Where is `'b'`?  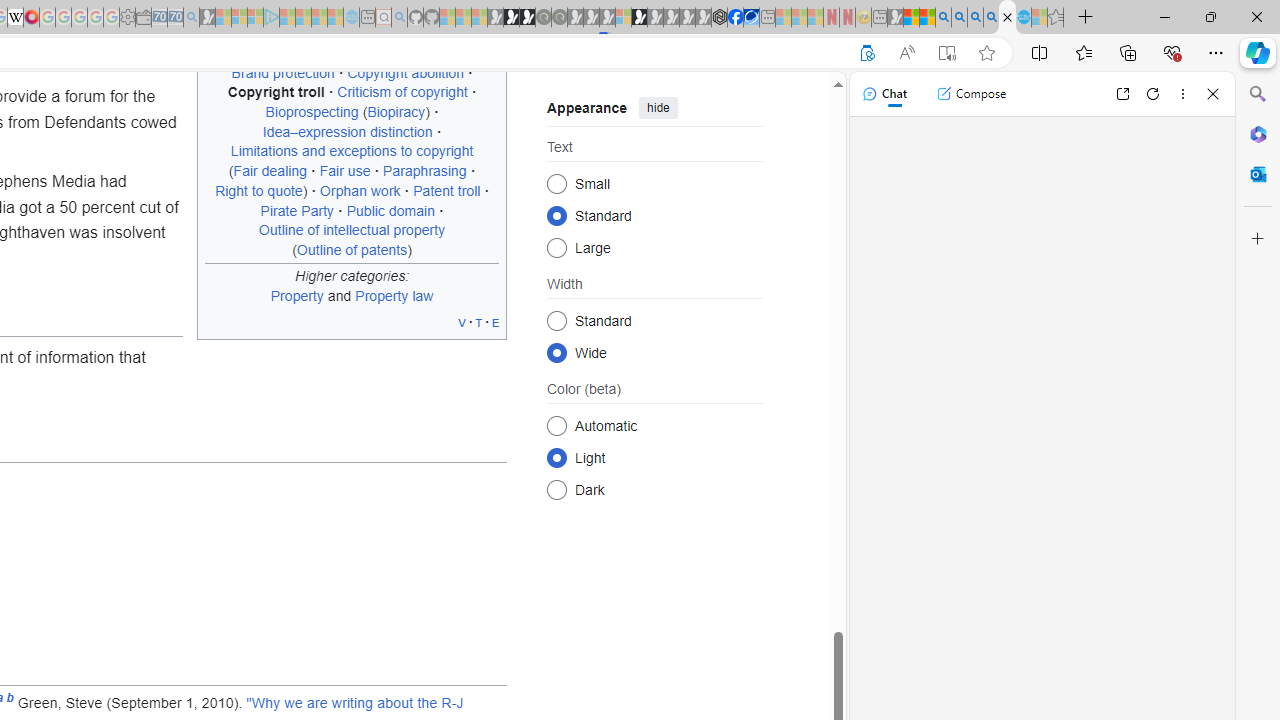
'b' is located at coordinates (10, 702).